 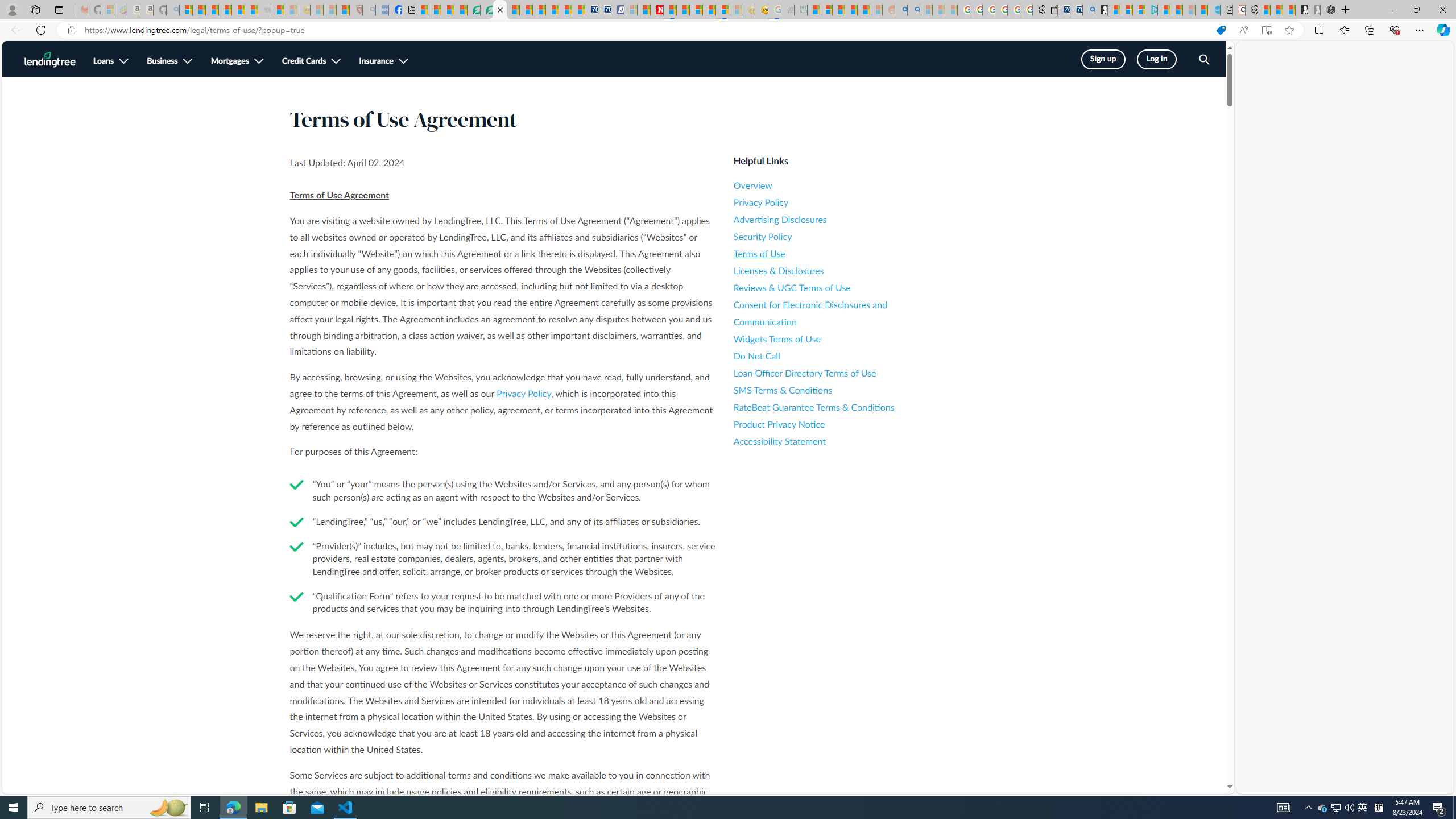 What do you see at coordinates (237, 9) in the screenshot?
I see `'New Report Confirms 2023 Was Record Hot | Watch'` at bounding box center [237, 9].